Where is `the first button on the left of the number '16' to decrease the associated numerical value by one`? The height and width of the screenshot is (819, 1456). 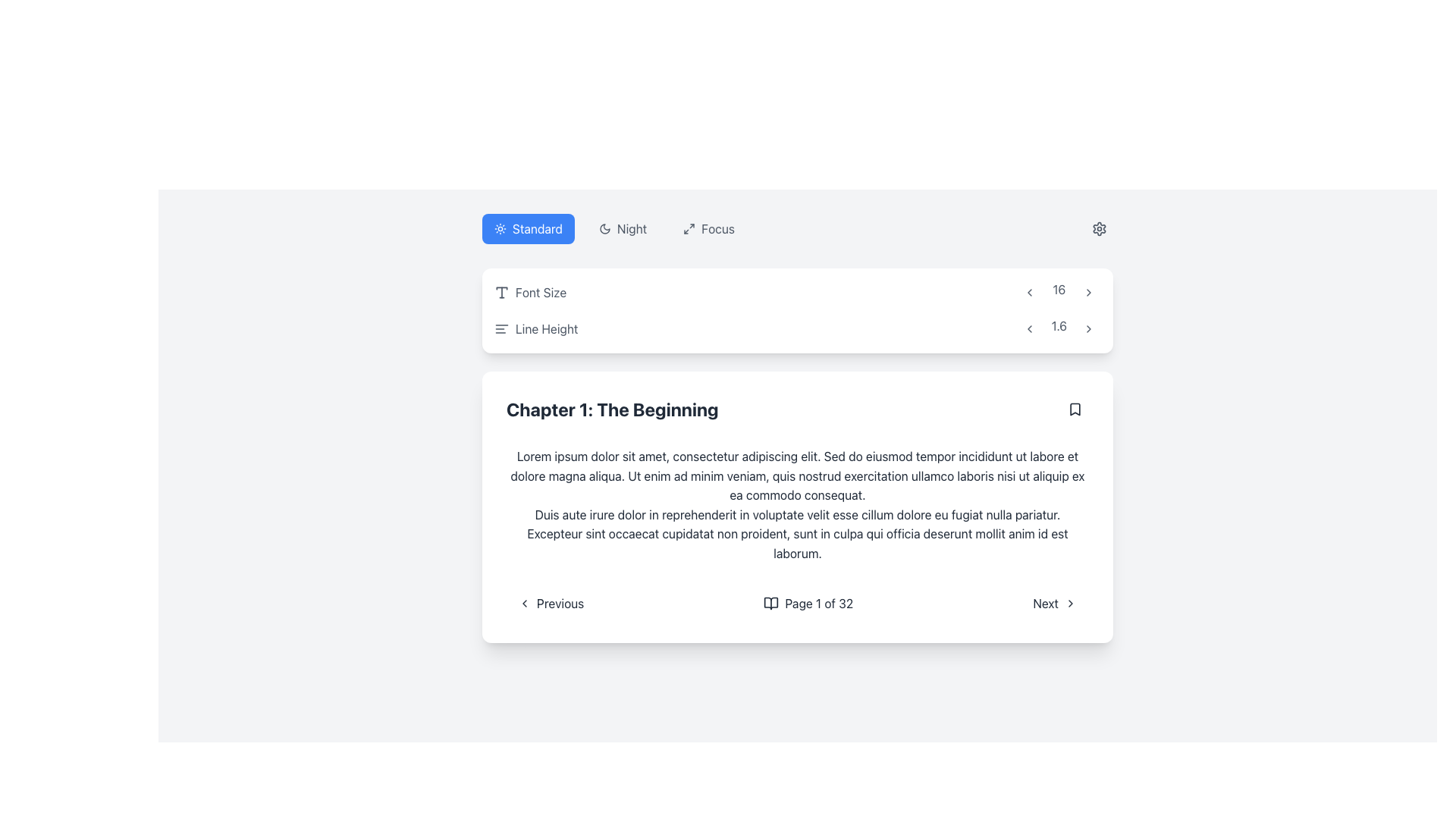 the first button on the left of the number '16' to decrease the associated numerical value by one is located at coordinates (1029, 292).